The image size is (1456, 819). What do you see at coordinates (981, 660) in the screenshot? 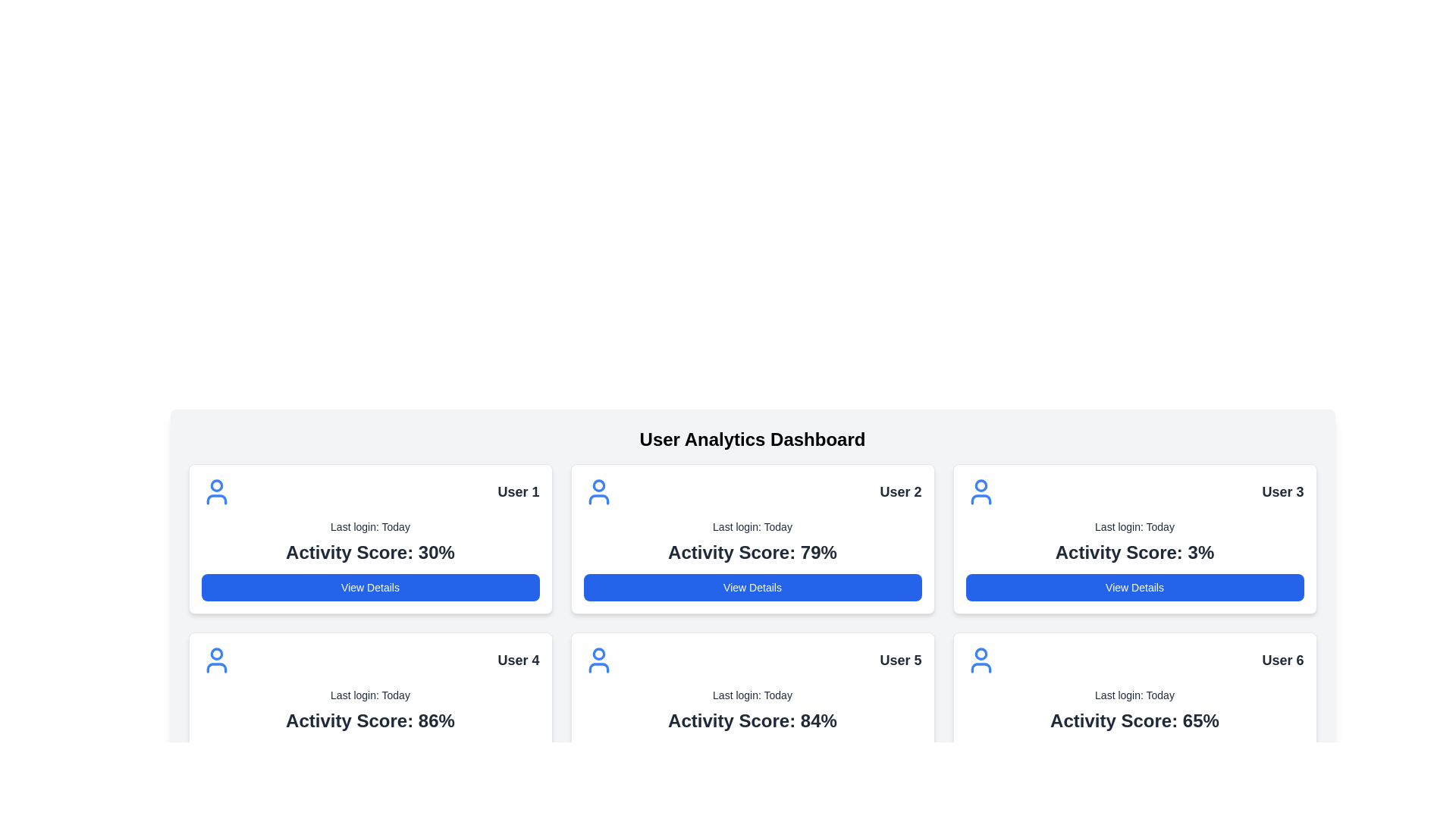
I see `the user icon located in the top-left corner of the User 6 section, which visually identifies this section as pertaining to a user` at bounding box center [981, 660].